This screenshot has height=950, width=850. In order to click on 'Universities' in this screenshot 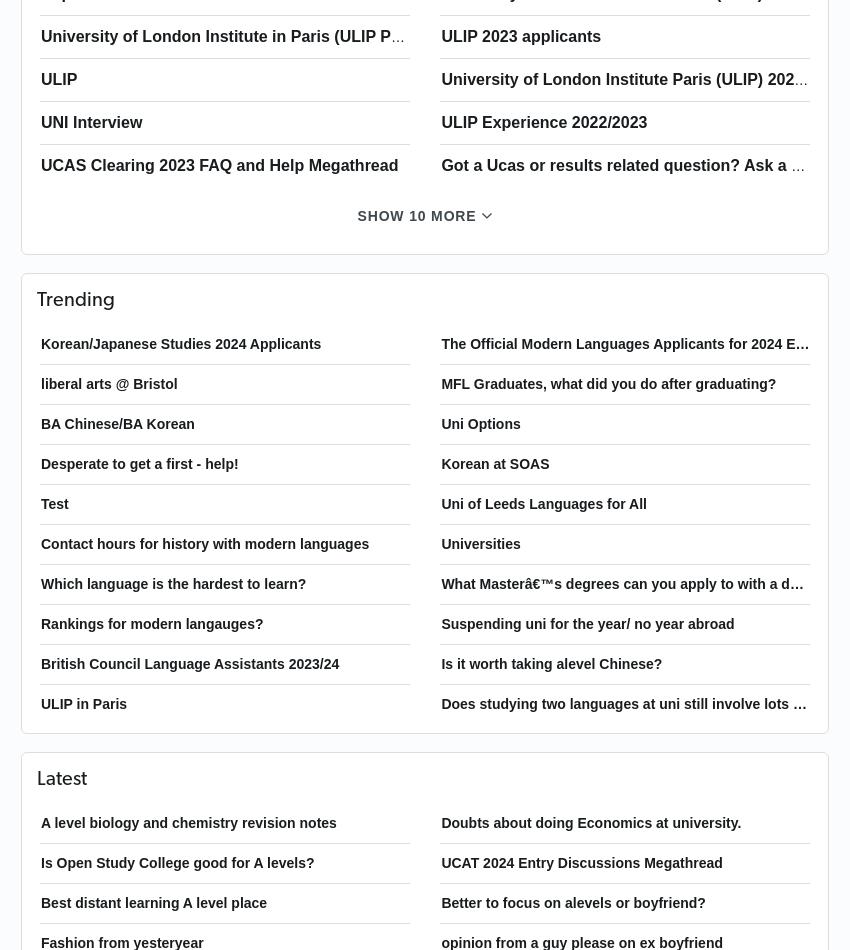, I will do `click(480, 543)`.